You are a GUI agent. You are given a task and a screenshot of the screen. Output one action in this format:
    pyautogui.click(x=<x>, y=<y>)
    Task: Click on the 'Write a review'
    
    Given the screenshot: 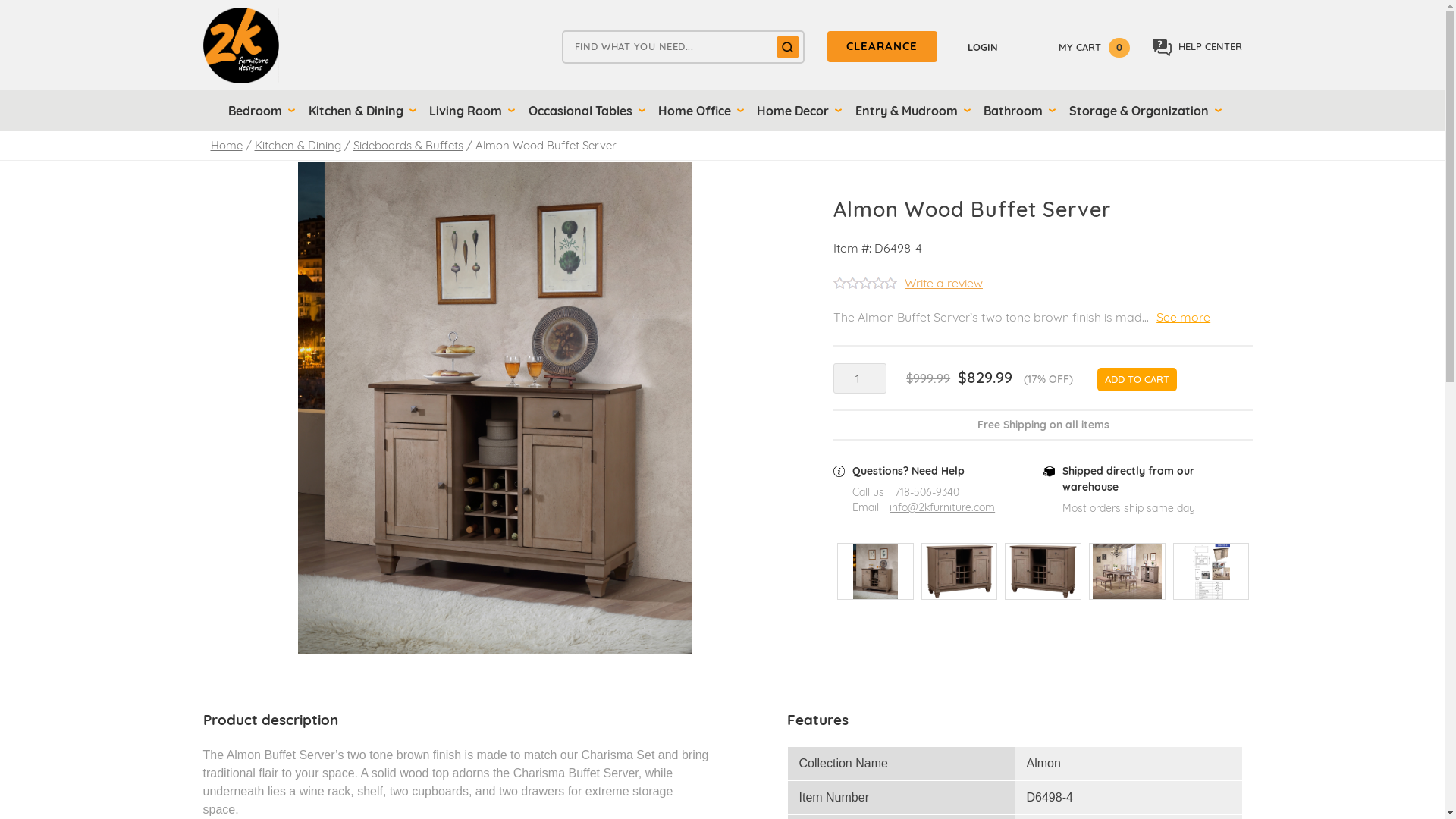 What is the action you would take?
    pyautogui.click(x=908, y=284)
    